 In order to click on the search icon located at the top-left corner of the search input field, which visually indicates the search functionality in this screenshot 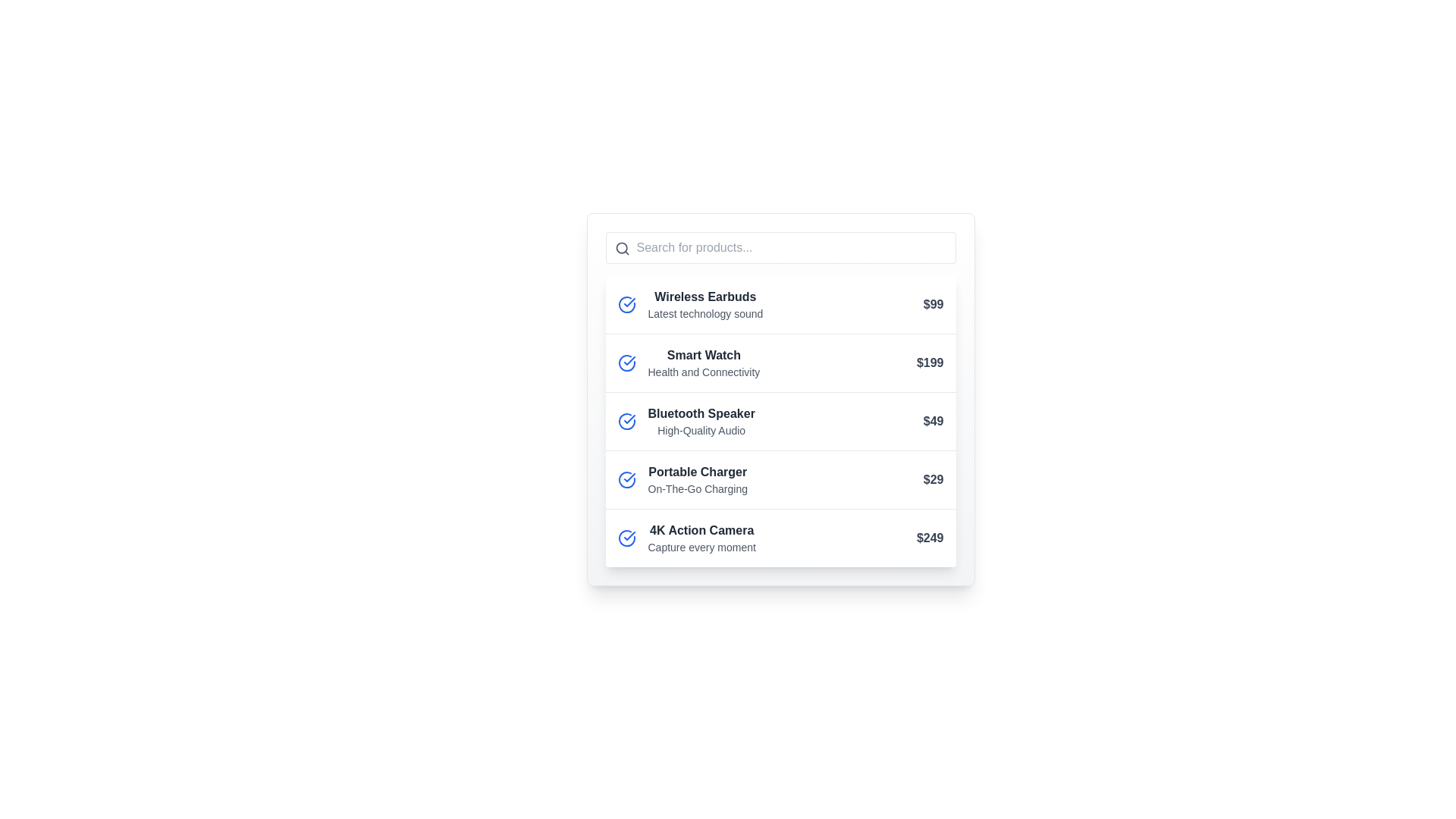, I will do `click(622, 247)`.